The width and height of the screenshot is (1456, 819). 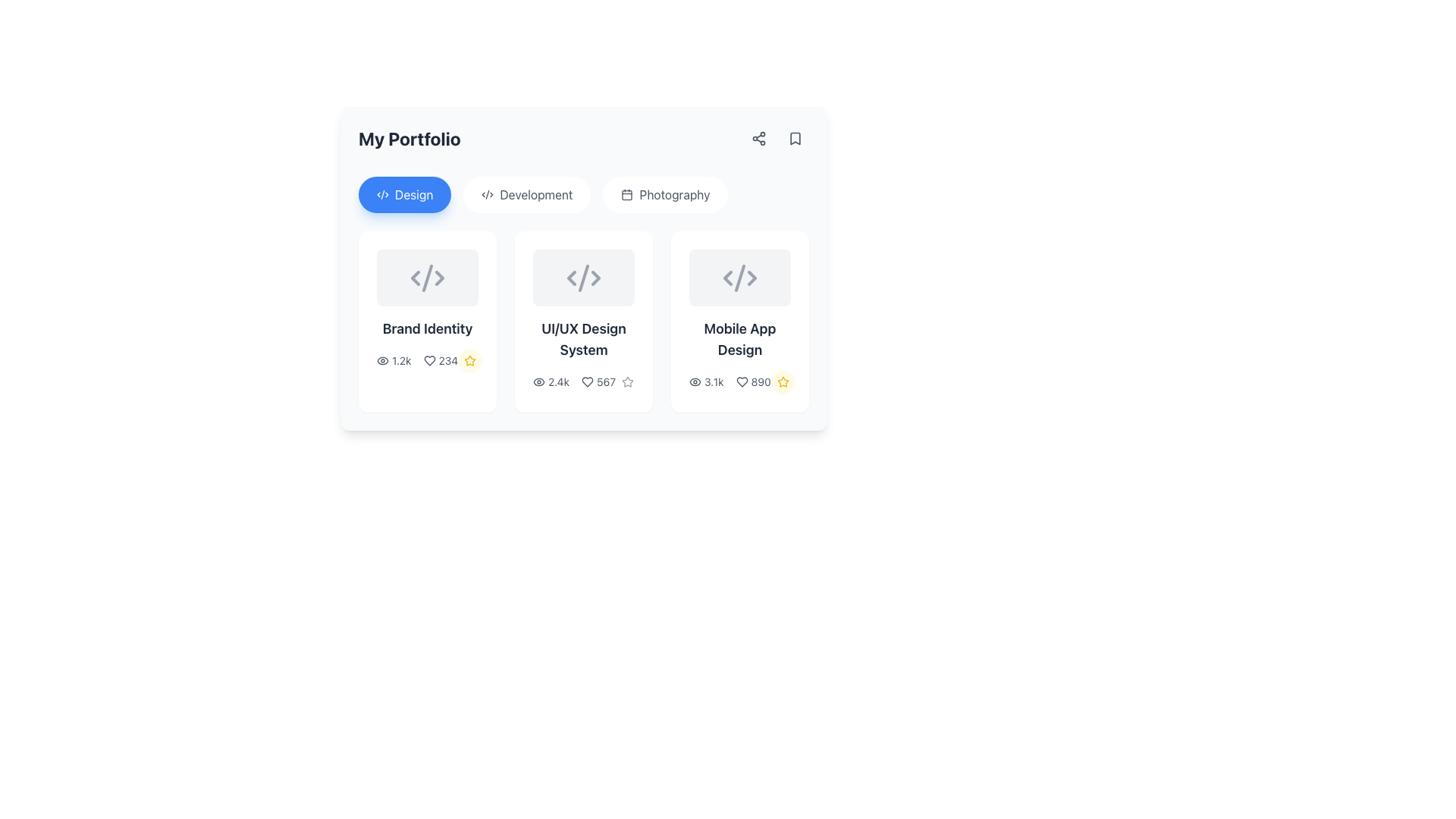 What do you see at coordinates (742, 381) in the screenshot?
I see `the liking icon located in the bottom section of the third portfolio card from the left, near the textual indicator '890' and aligned with the star icon` at bounding box center [742, 381].